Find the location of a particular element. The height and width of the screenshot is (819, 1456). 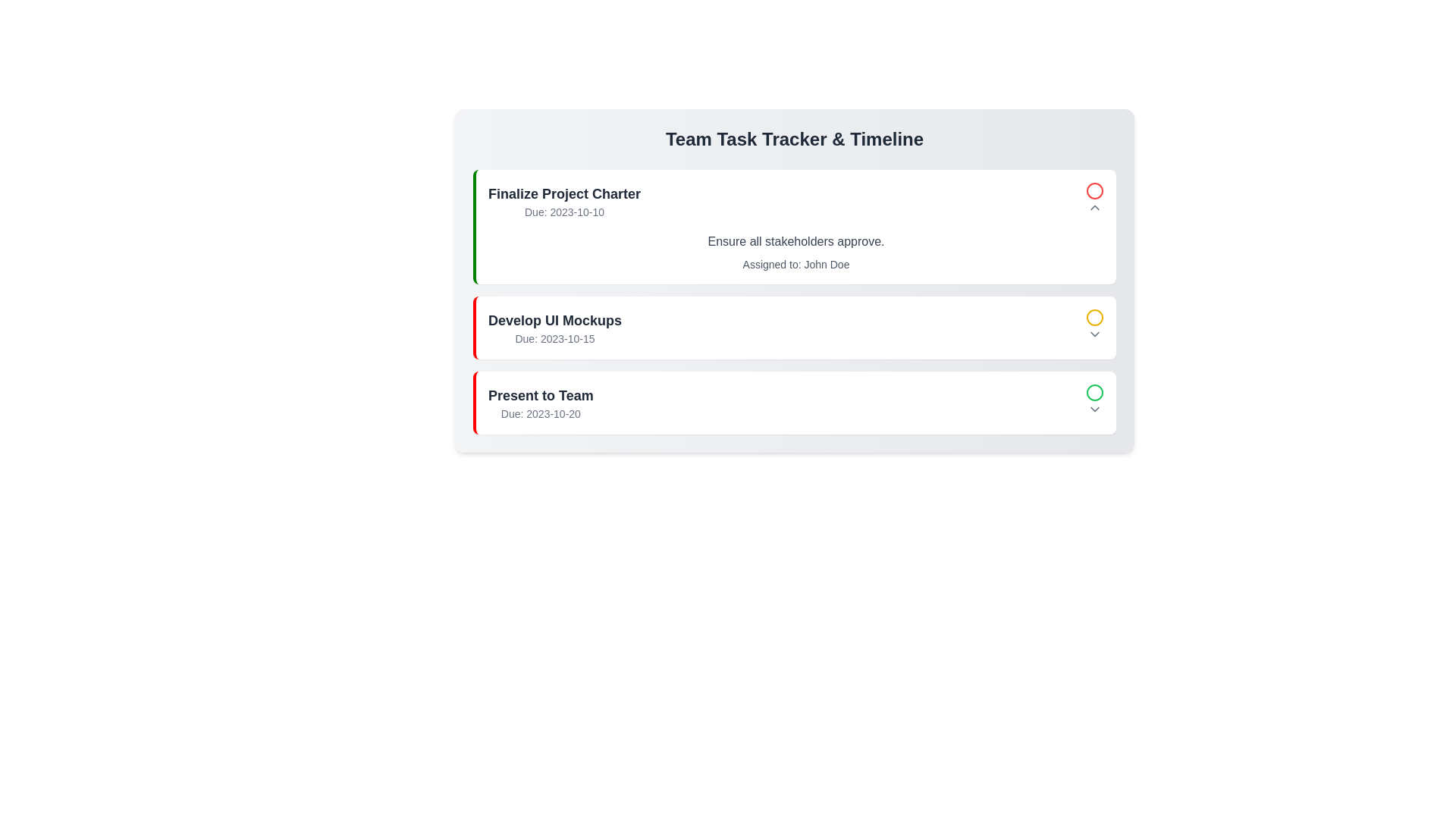

the text display that summarizes the task title and its associated deadline, located at the top-left corner of the first task in the list is located at coordinates (563, 200).